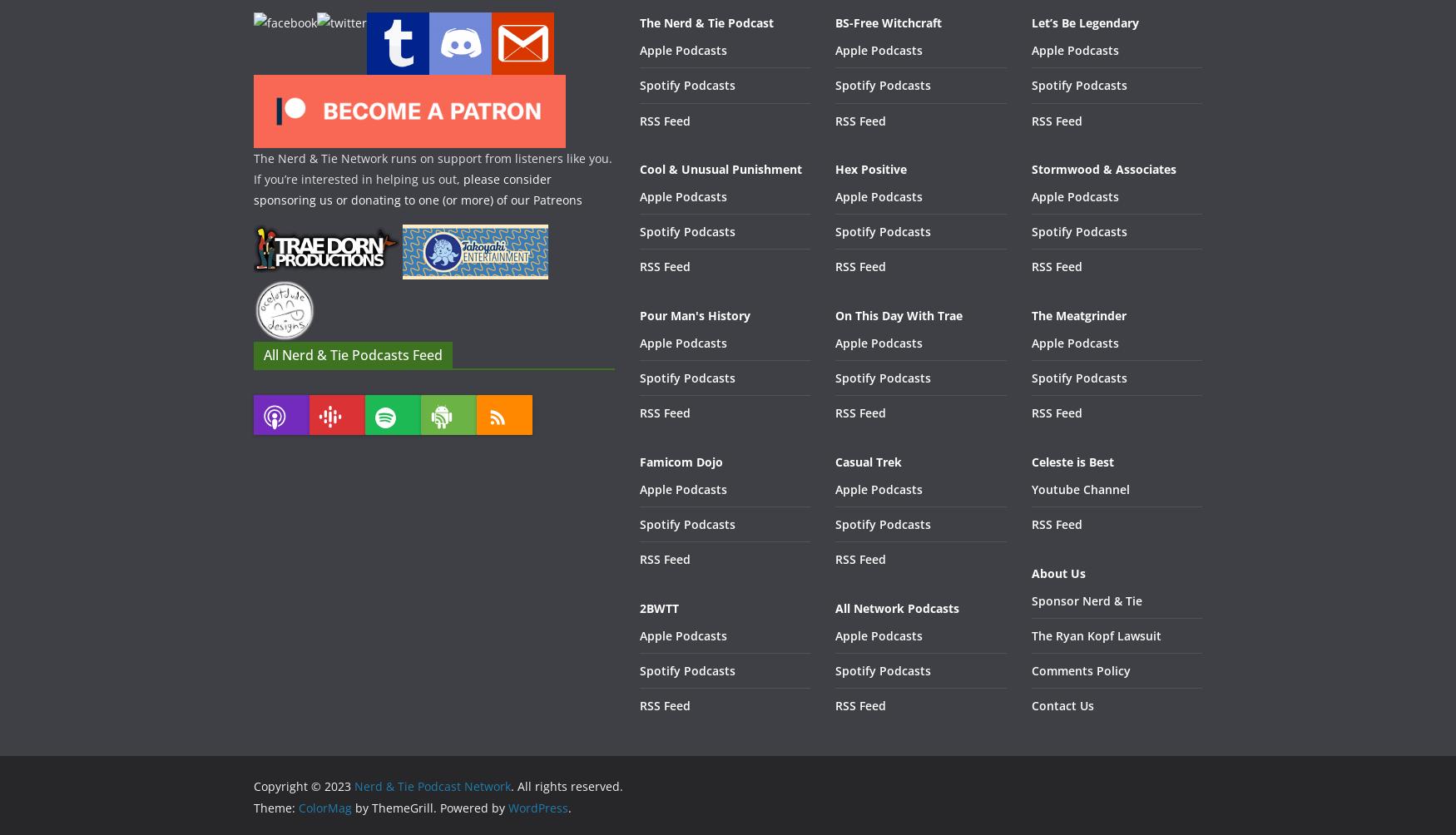 Image resolution: width=1456 pixels, height=835 pixels. Describe the element at coordinates (706, 22) in the screenshot. I see `'The Nerd & Tie Podcast'` at that location.